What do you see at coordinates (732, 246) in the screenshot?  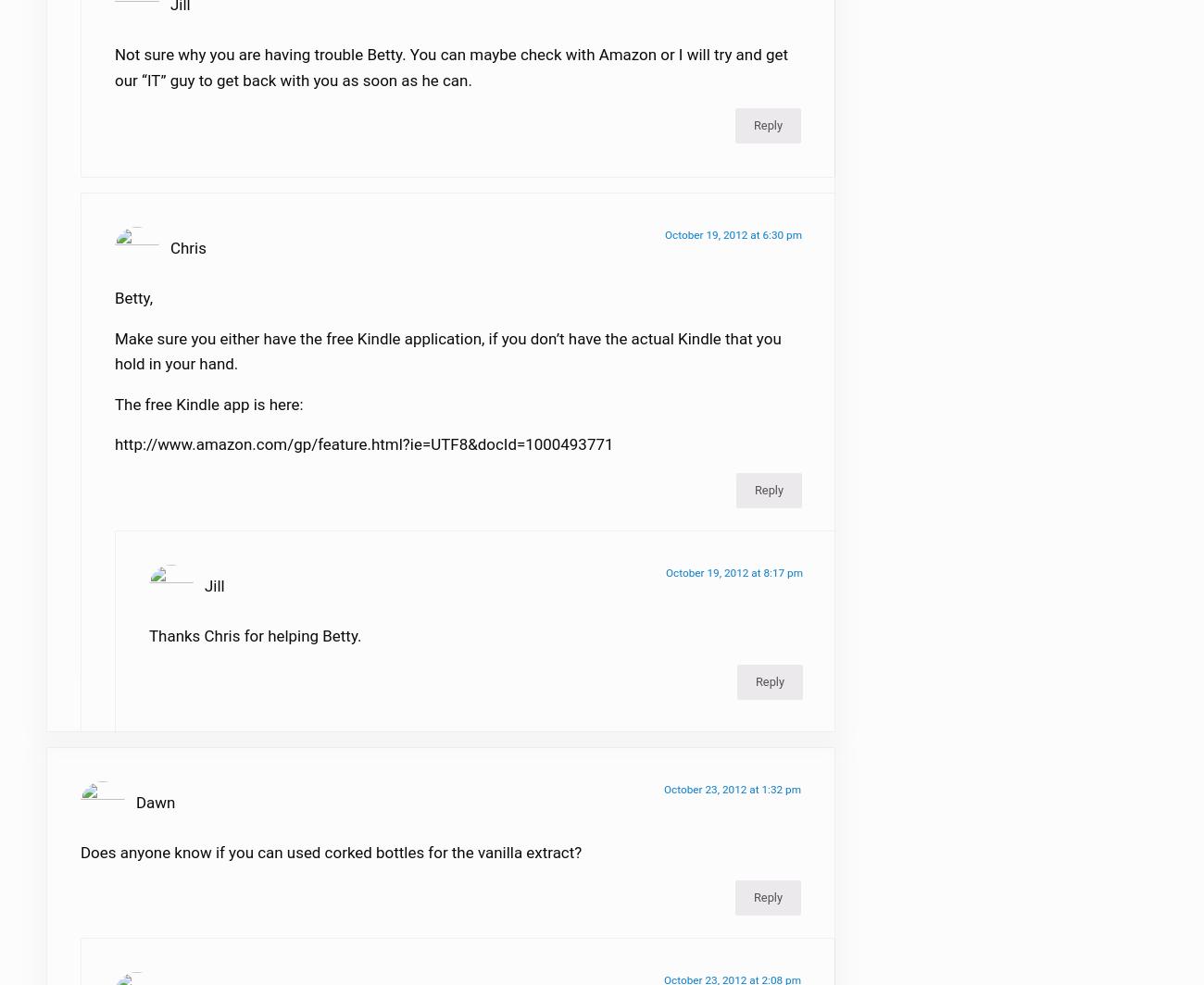 I see `'October 19, 2012 at 6:30 pm'` at bounding box center [732, 246].